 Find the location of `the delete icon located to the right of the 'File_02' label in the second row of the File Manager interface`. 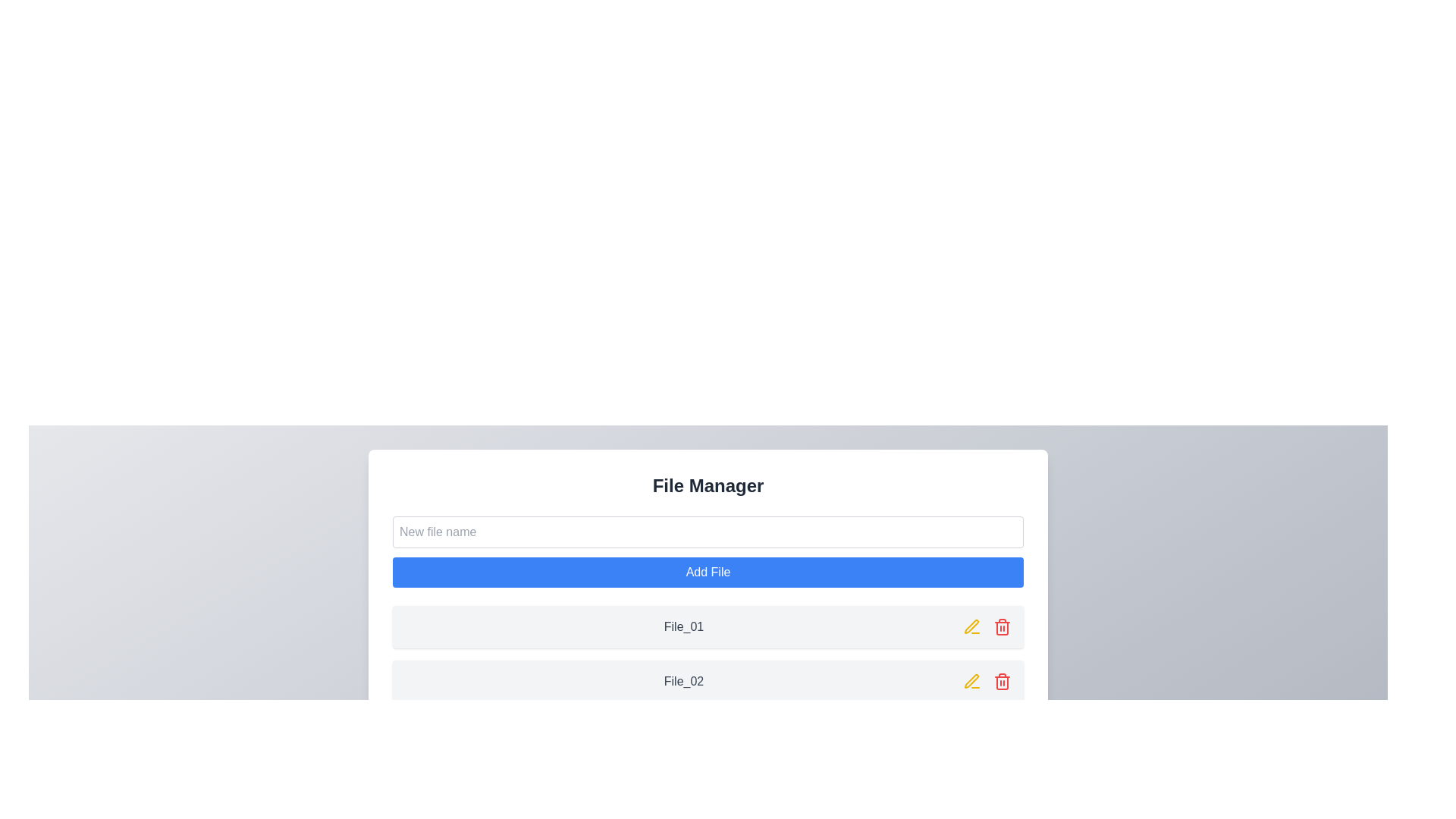

the delete icon located to the right of the 'File_02' label in the second row of the File Manager interface is located at coordinates (1002, 629).